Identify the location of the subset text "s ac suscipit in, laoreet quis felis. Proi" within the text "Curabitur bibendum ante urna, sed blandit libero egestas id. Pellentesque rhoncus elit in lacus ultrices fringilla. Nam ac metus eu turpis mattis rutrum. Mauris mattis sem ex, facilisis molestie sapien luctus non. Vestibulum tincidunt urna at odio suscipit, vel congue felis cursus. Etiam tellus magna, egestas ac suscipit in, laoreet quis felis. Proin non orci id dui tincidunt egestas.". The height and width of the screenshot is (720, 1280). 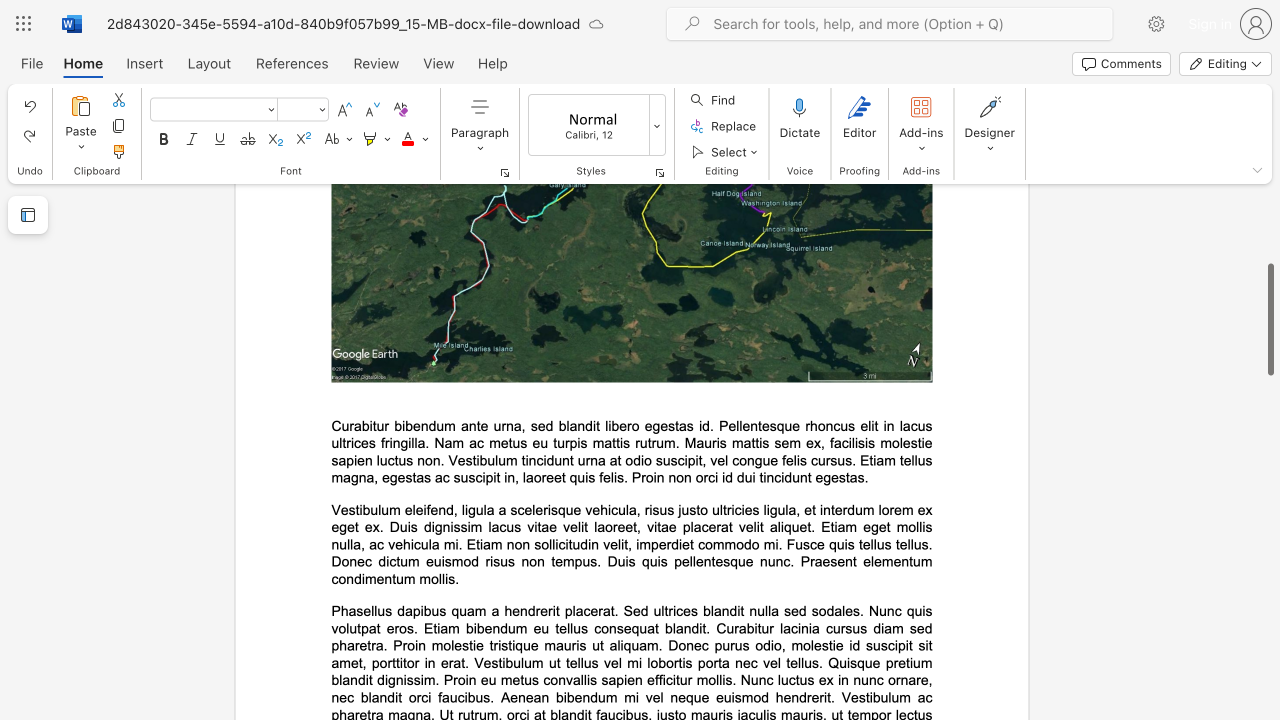
(423, 477).